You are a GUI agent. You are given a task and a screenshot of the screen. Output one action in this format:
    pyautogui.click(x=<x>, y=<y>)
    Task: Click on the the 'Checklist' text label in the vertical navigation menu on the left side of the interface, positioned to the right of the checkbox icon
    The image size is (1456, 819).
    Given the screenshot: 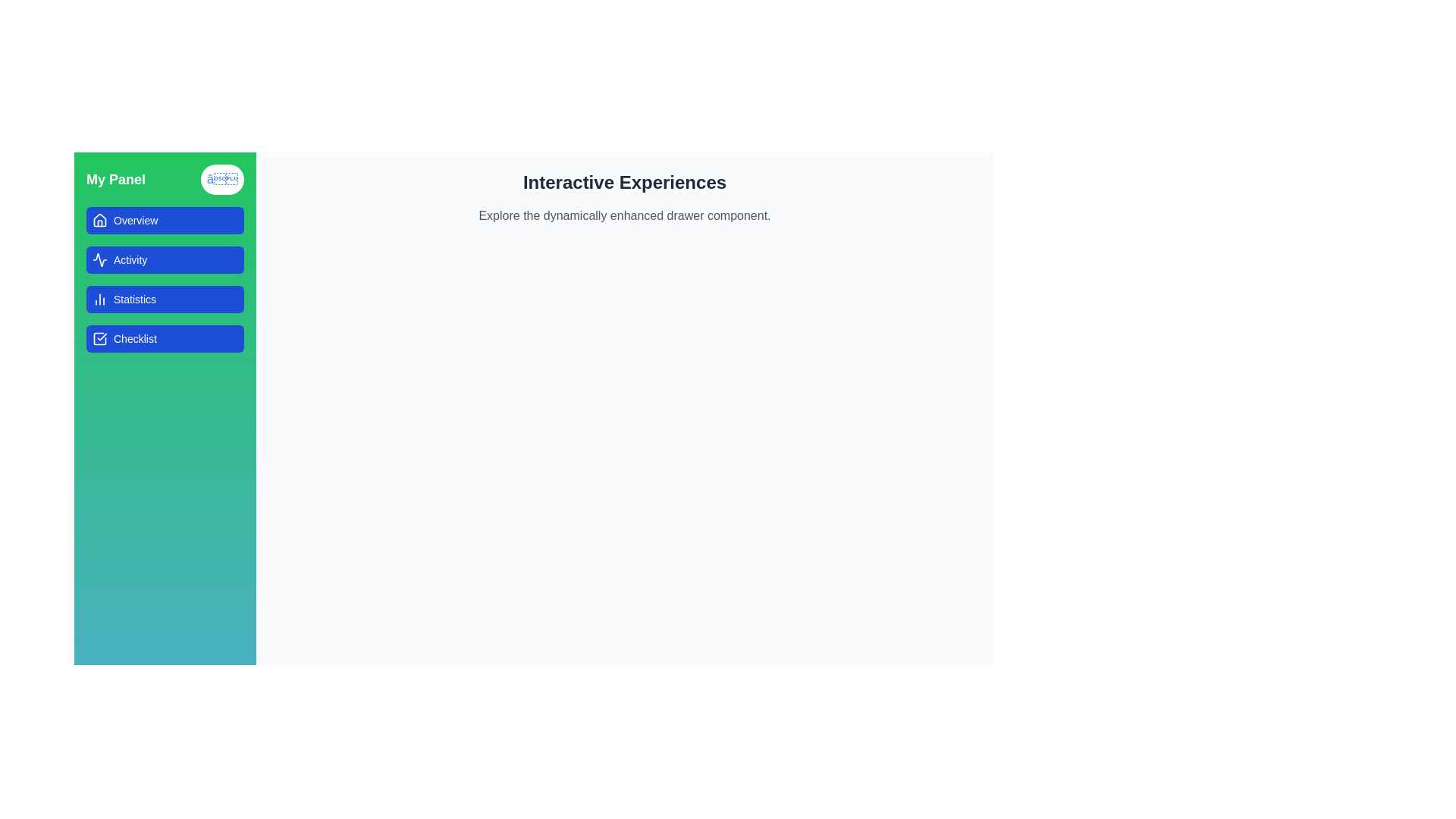 What is the action you would take?
    pyautogui.click(x=135, y=338)
    